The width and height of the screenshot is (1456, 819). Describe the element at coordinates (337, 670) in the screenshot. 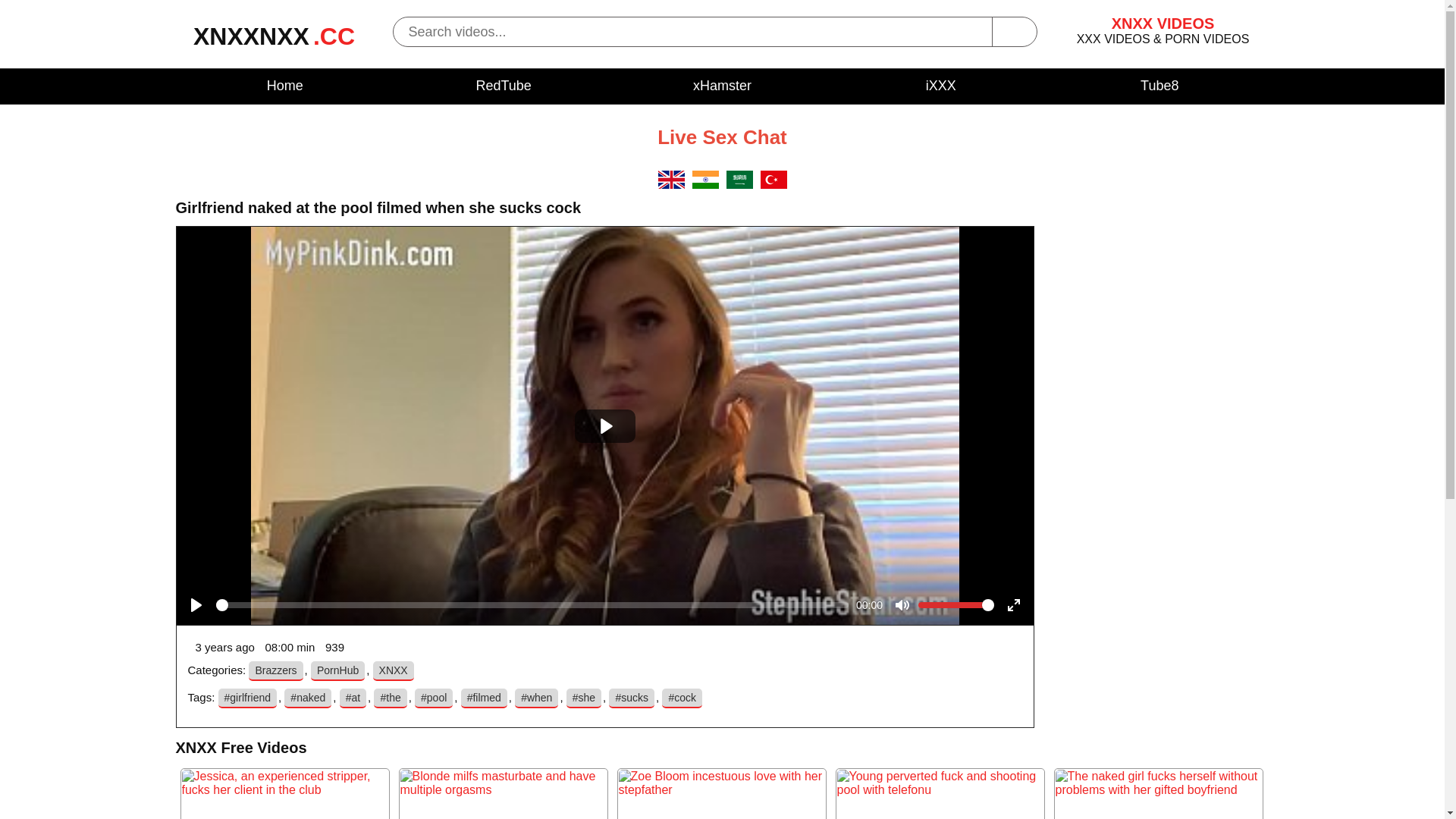

I see `'PornHub'` at that location.